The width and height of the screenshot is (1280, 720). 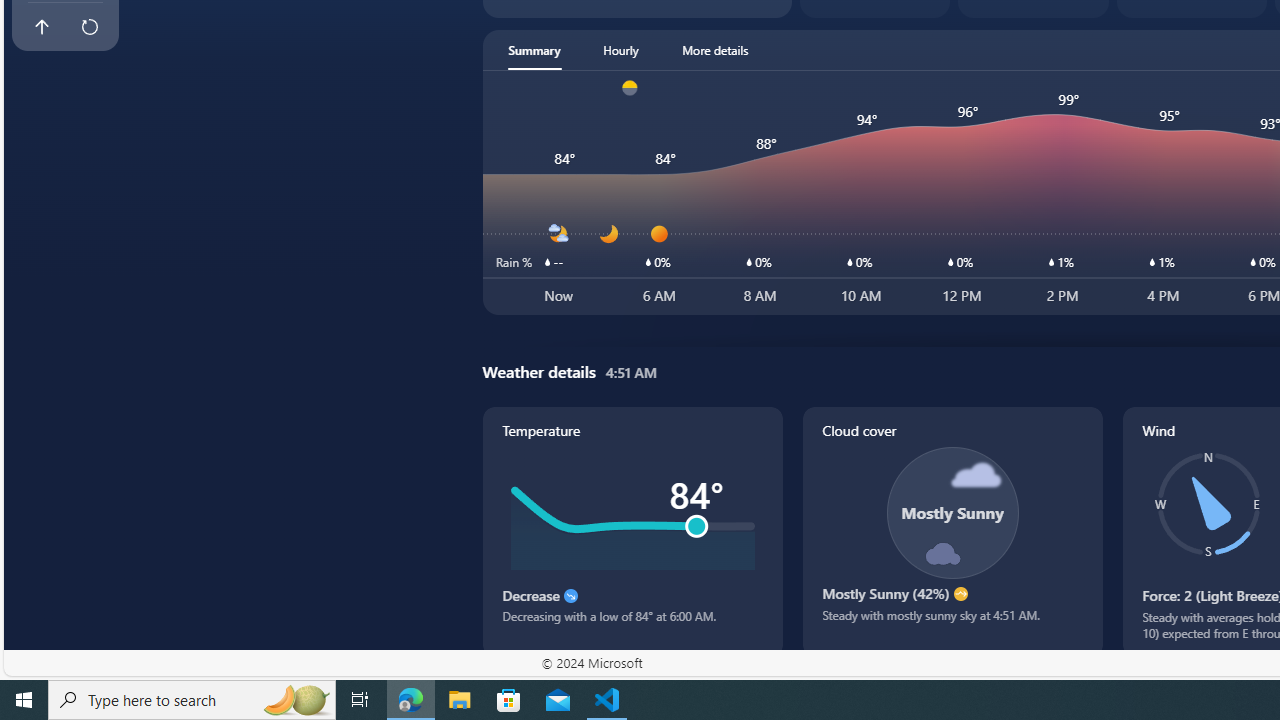 What do you see at coordinates (41, 27) in the screenshot?
I see `'Back to top'` at bounding box center [41, 27].